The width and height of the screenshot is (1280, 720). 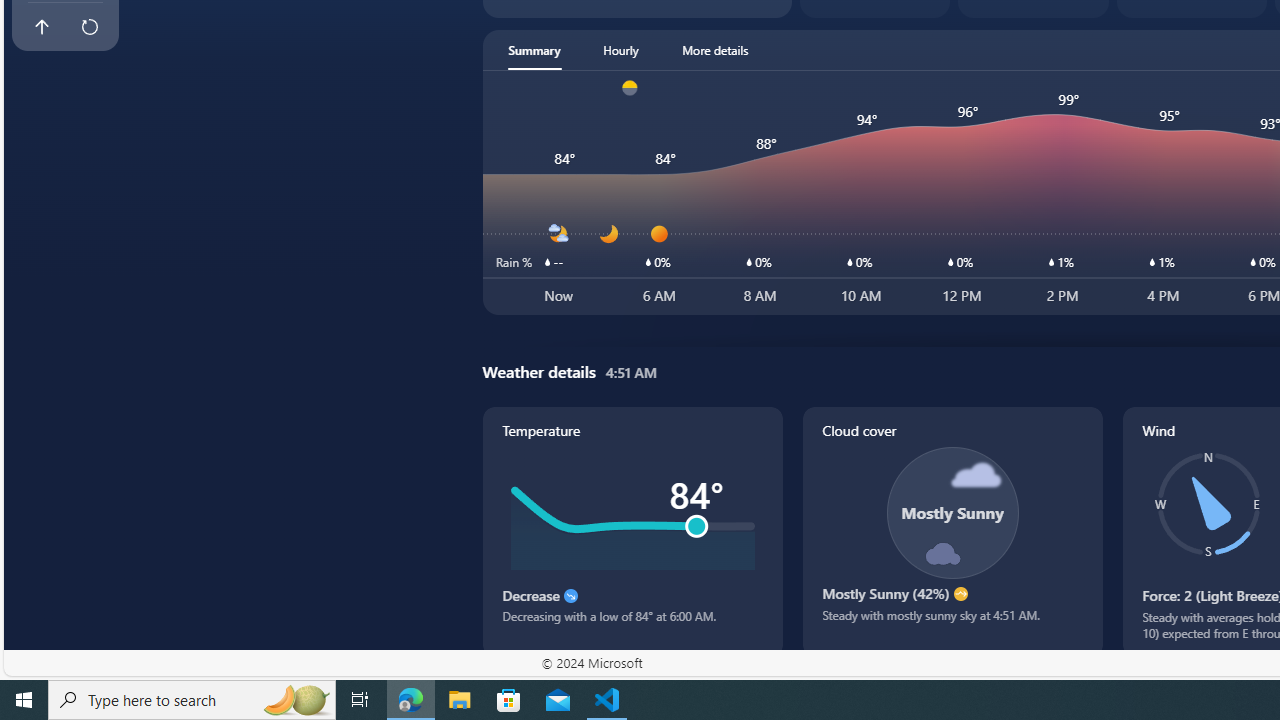 What do you see at coordinates (41, 27) in the screenshot?
I see `'Back to top'` at bounding box center [41, 27].